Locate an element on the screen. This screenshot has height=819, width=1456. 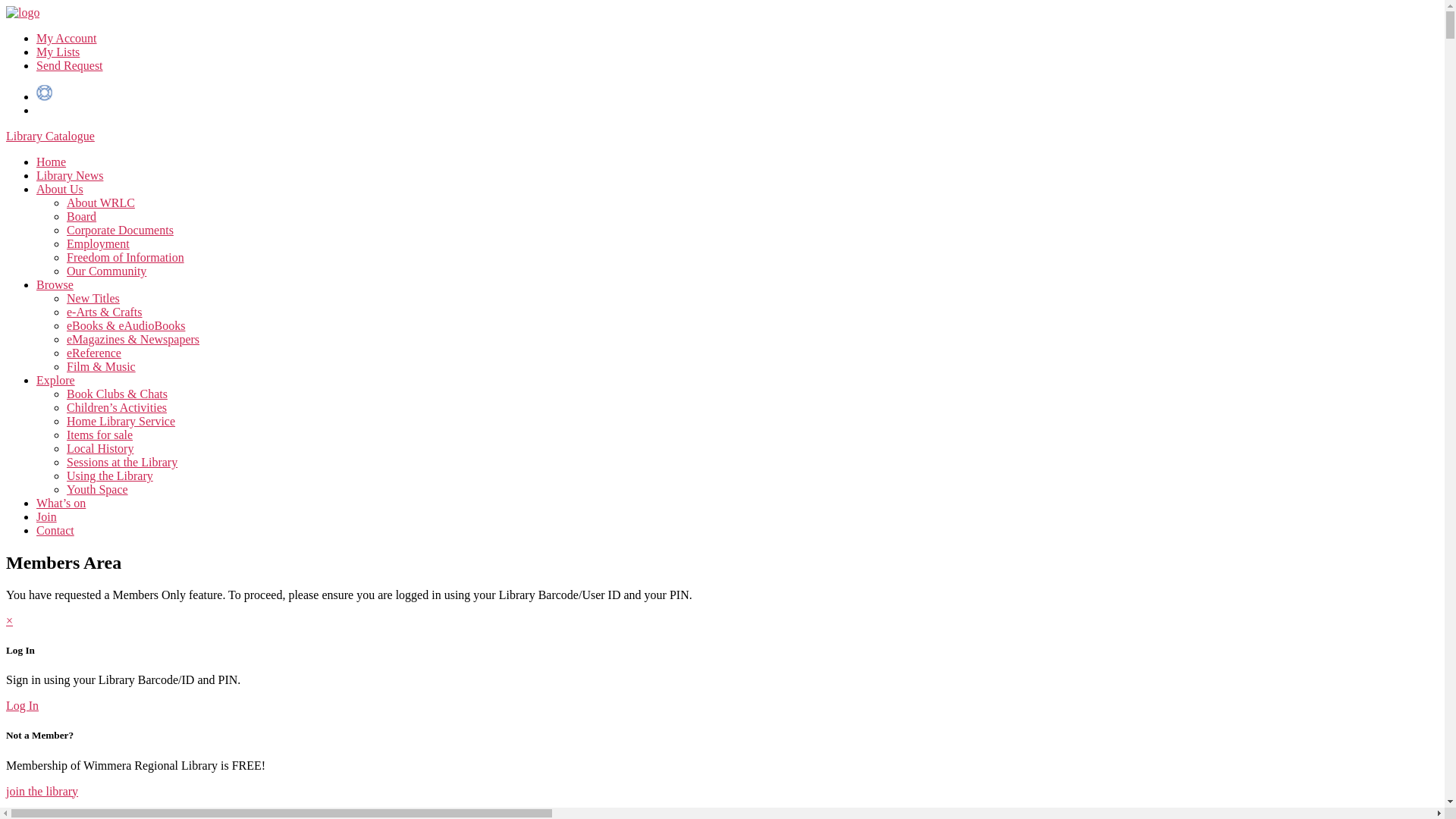
'eReference' is located at coordinates (93, 353).